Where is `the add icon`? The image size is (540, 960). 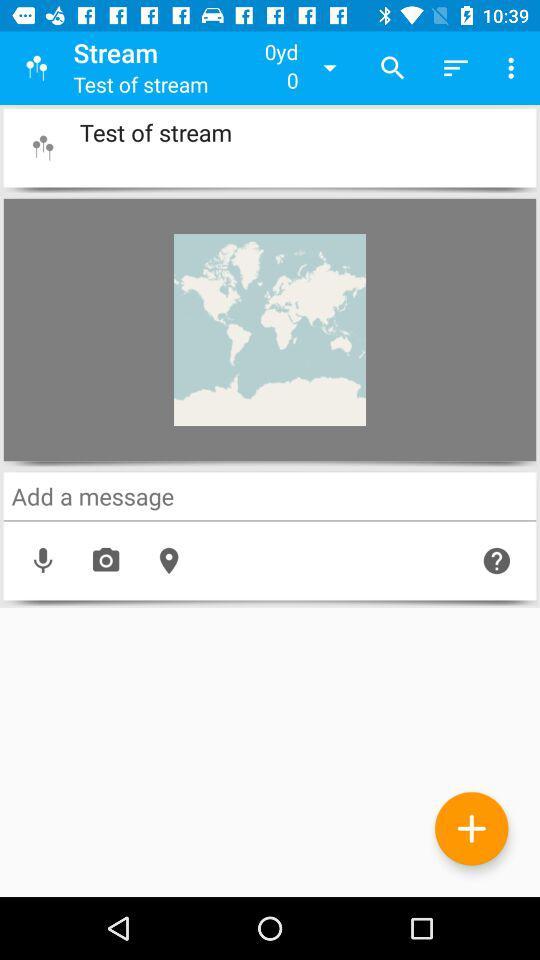 the add icon is located at coordinates (471, 828).